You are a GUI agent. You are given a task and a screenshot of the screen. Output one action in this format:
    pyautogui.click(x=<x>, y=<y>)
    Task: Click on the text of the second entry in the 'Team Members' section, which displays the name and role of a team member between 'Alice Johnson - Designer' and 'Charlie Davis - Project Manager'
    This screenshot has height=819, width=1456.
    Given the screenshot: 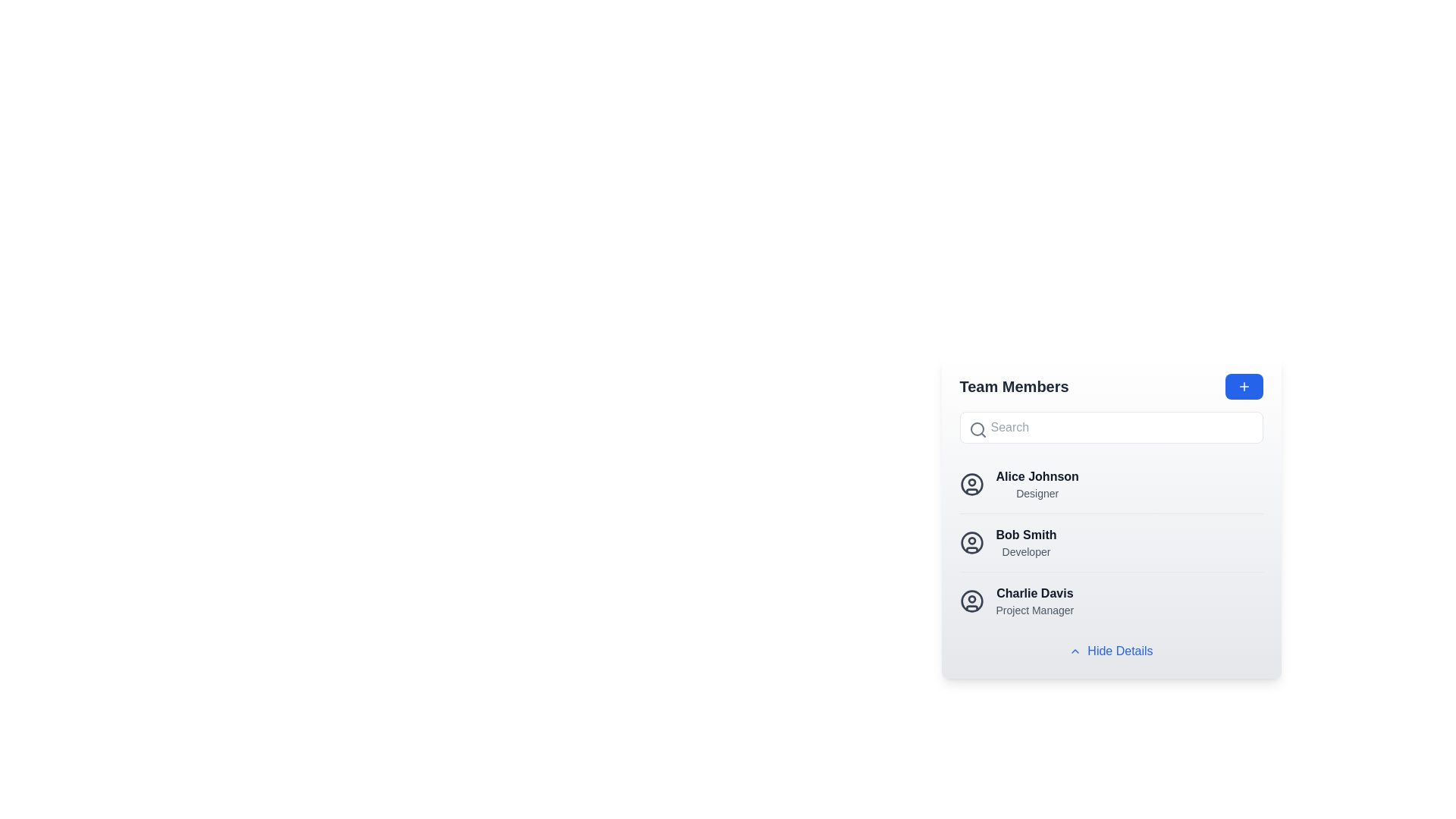 What is the action you would take?
    pyautogui.click(x=1026, y=542)
    